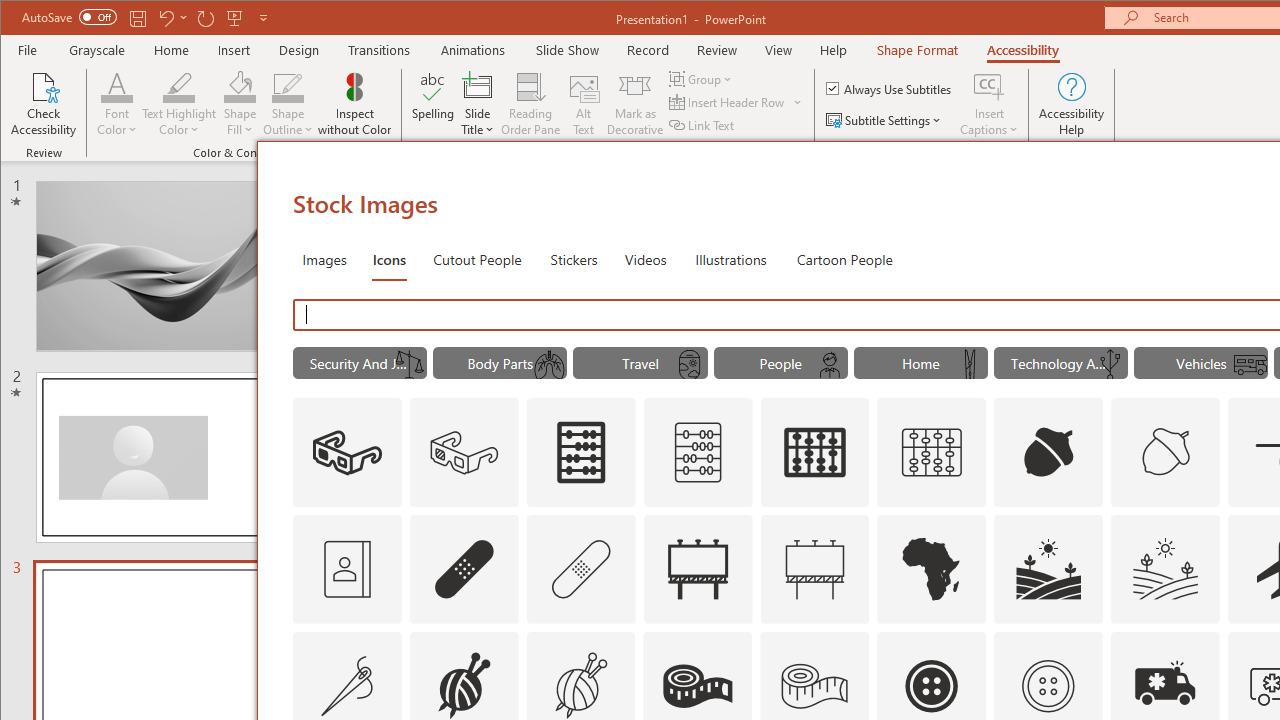 The width and height of the screenshot is (1280, 720). Describe the element at coordinates (549, 365) in the screenshot. I see `'AutomationID: Icons_Lungs_M'` at that location.